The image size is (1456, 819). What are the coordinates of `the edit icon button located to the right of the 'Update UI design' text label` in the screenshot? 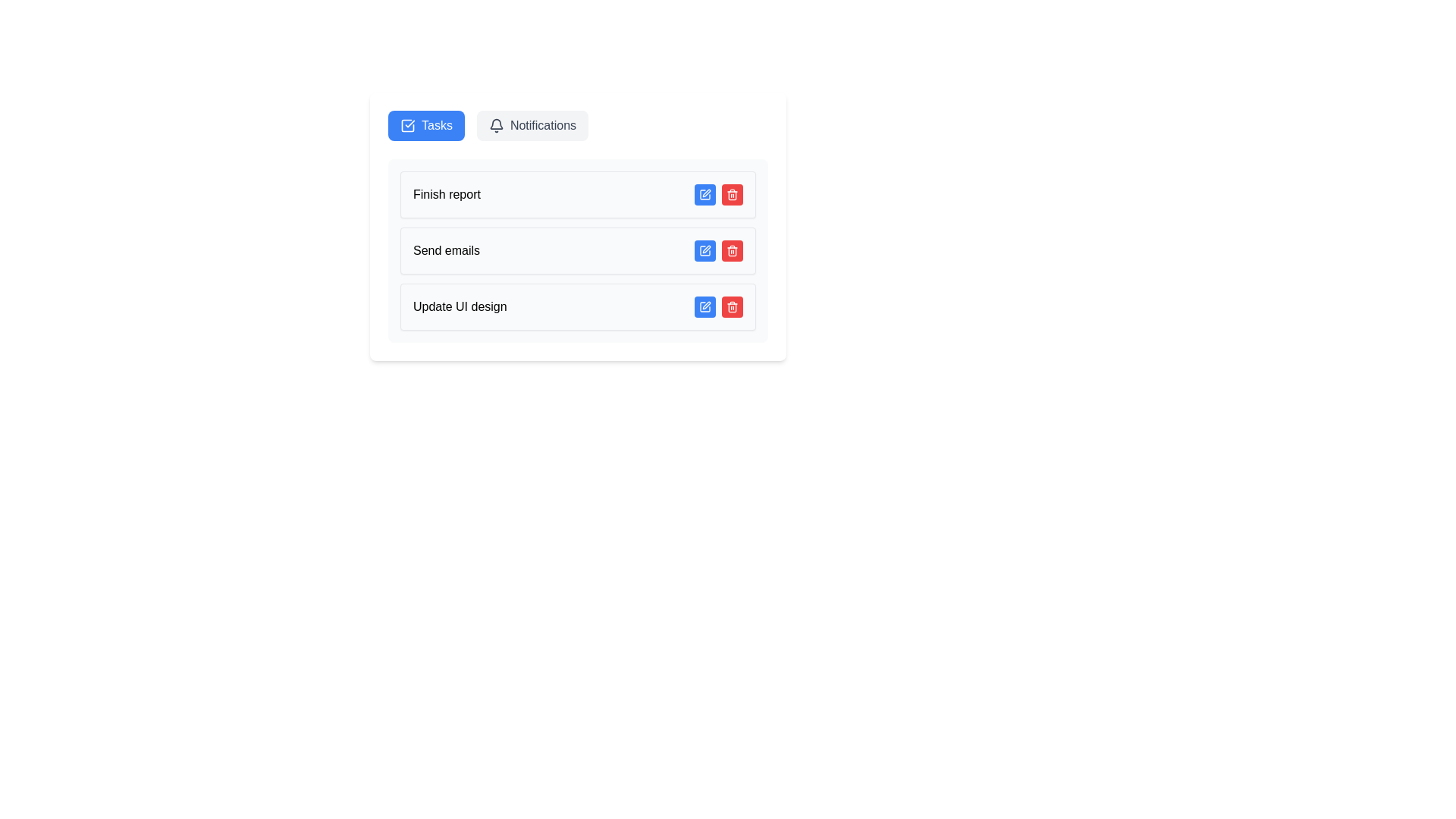 It's located at (704, 307).